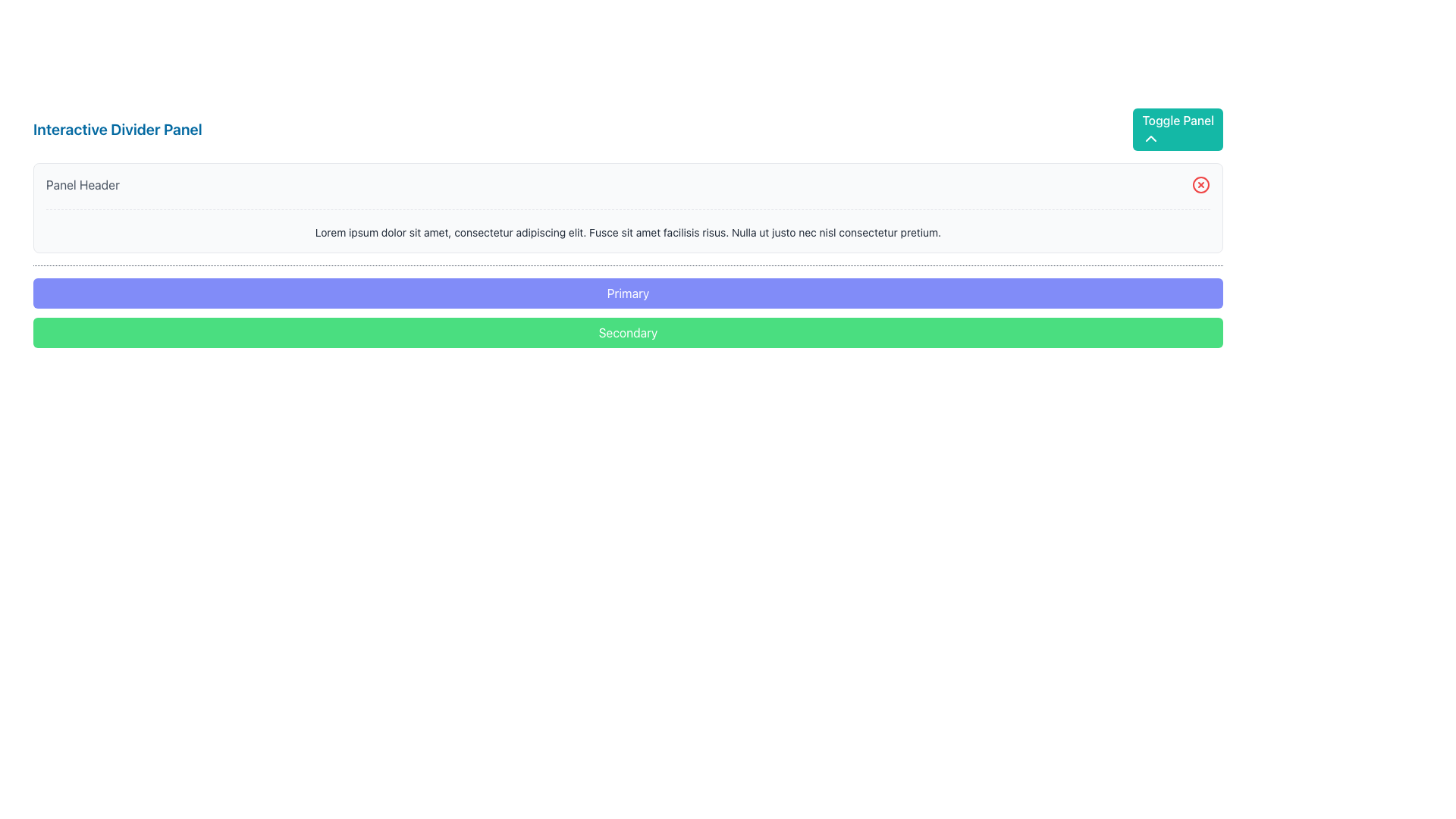 The image size is (1456, 819). I want to click on the thin, horizontal gray dotted divider located between the descriptive text and the buttons labeled 'Primary' and 'Secondary', so click(628, 265).